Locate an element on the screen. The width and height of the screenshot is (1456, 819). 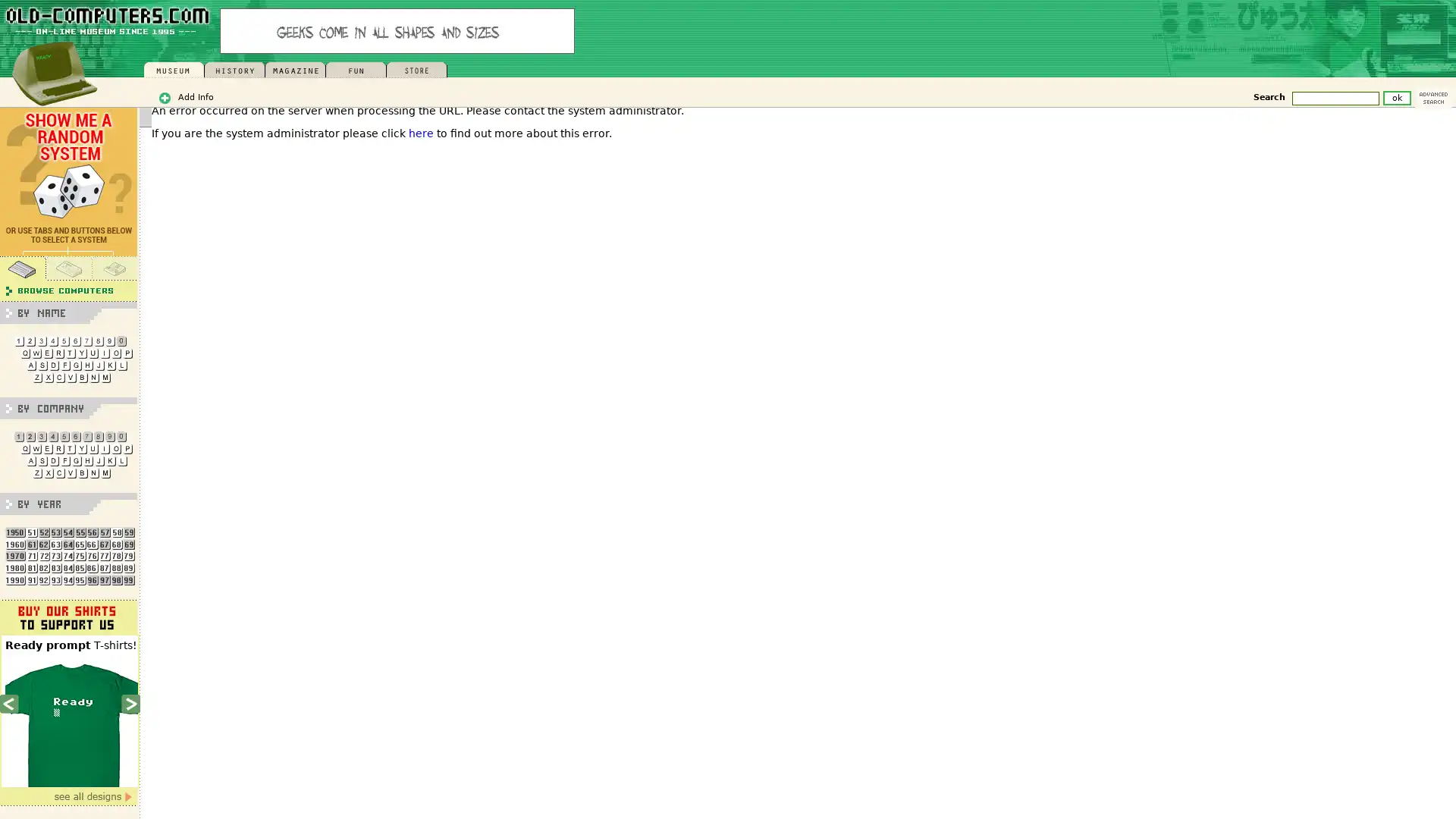
ok is located at coordinates (1396, 97).